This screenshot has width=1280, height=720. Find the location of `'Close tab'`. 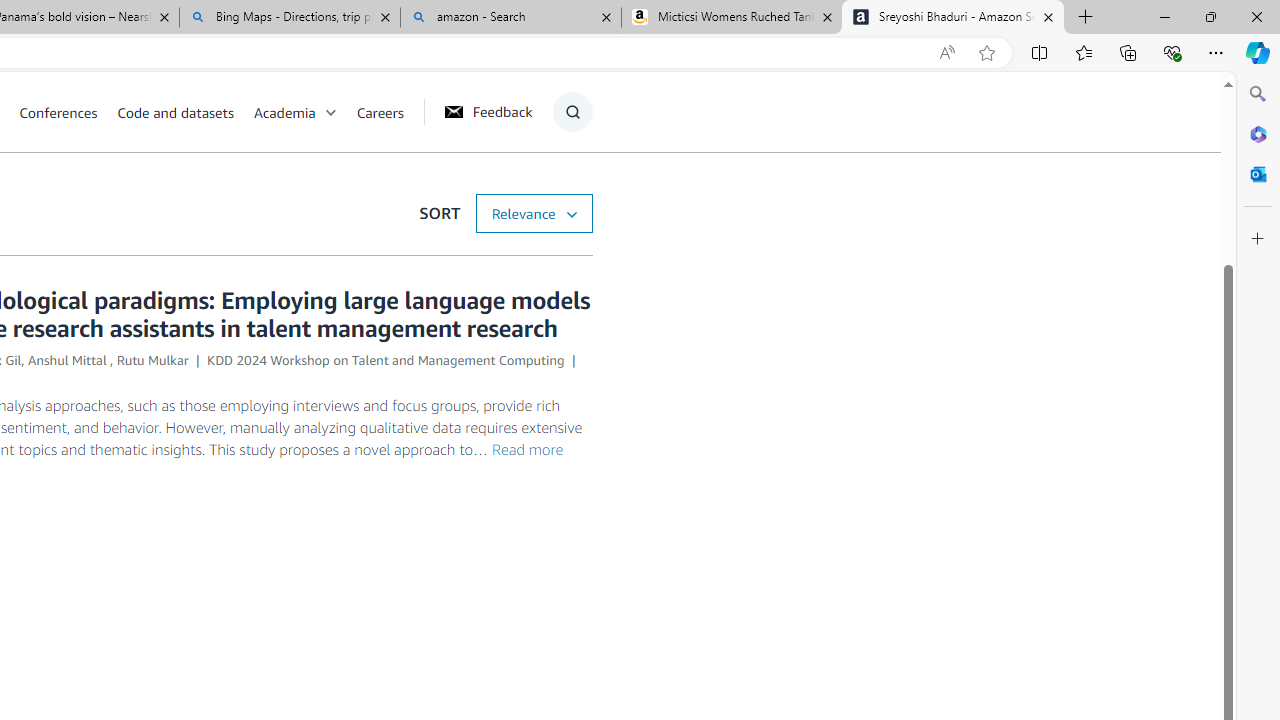

'Close tab' is located at coordinates (1047, 17).